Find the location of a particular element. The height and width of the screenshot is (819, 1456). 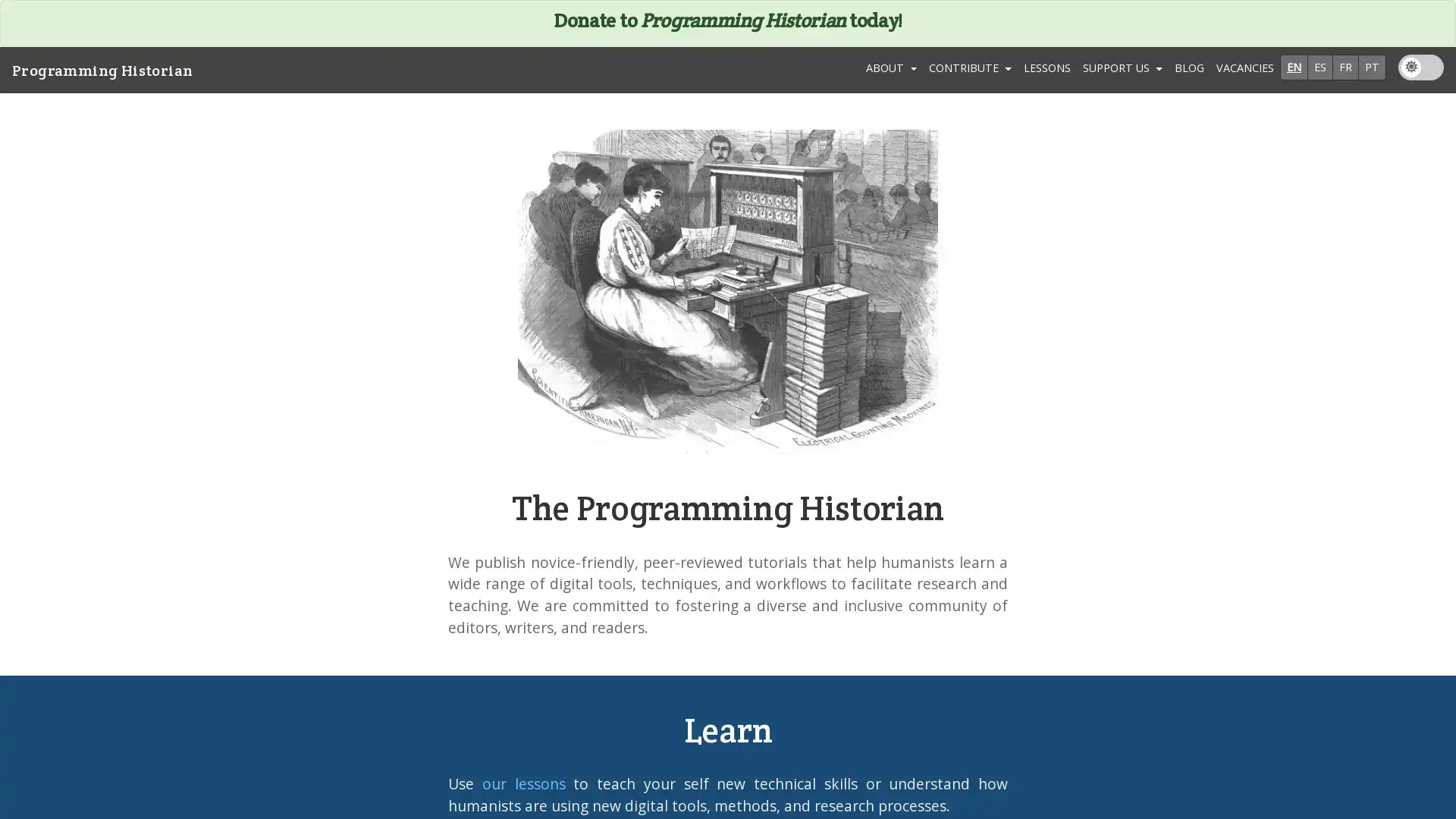

ES is located at coordinates (1319, 66).